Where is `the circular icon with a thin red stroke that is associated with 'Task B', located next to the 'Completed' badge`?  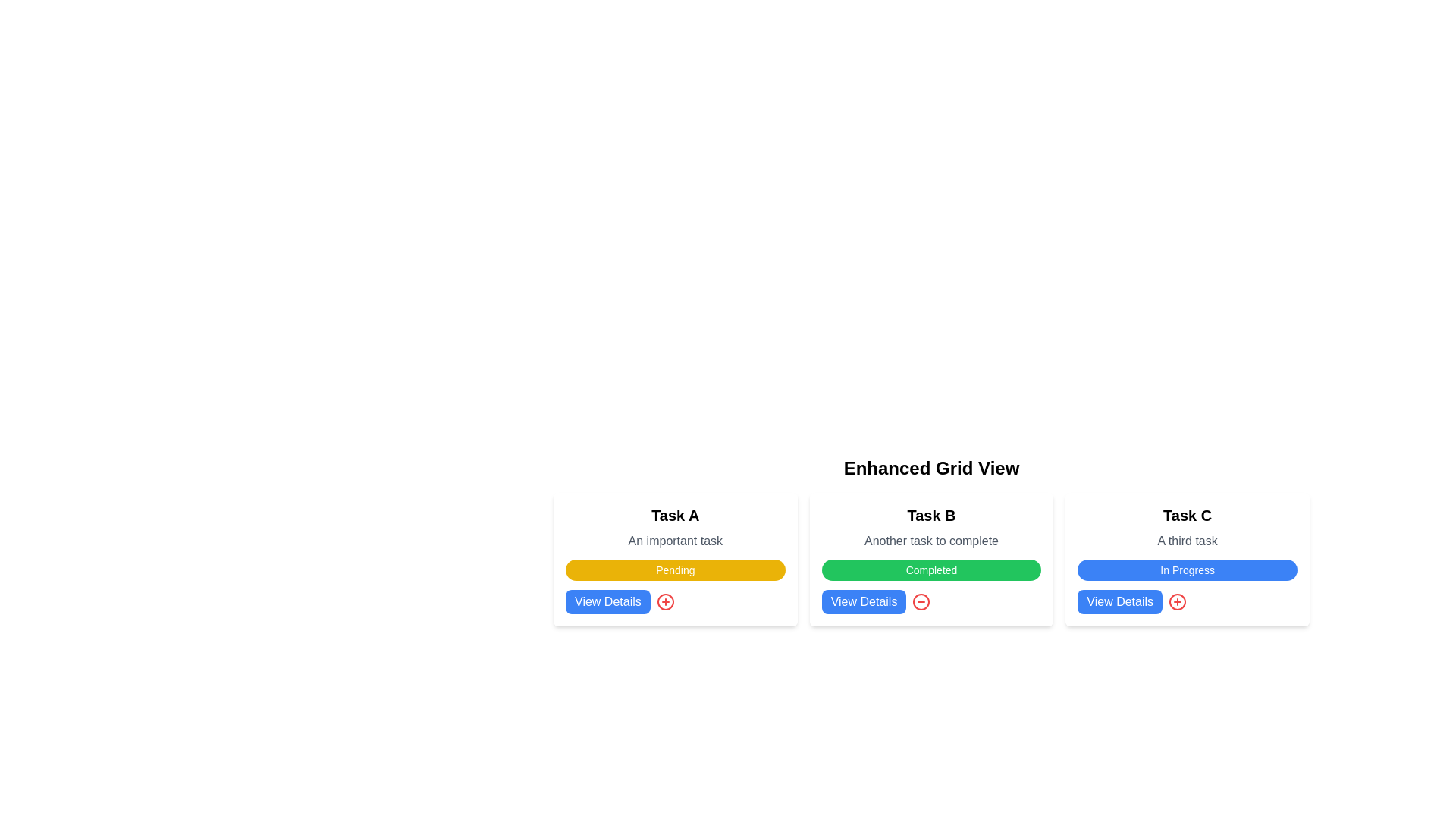
the circular icon with a thin red stroke that is associated with 'Task B', located next to the 'Completed' badge is located at coordinates (921, 601).